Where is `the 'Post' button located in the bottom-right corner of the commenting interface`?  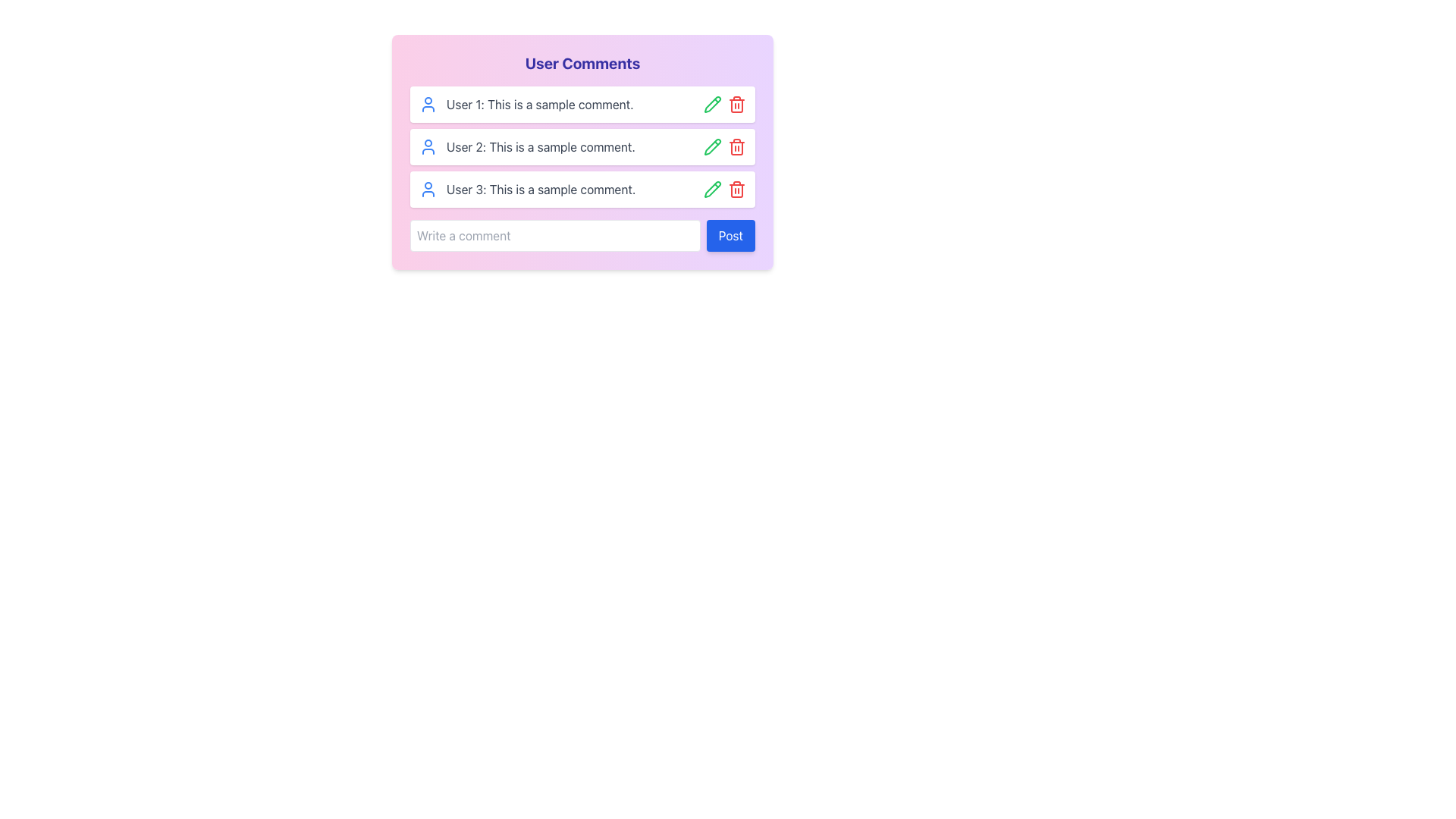 the 'Post' button located in the bottom-right corner of the commenting interface is located at coordinates (730, 236).